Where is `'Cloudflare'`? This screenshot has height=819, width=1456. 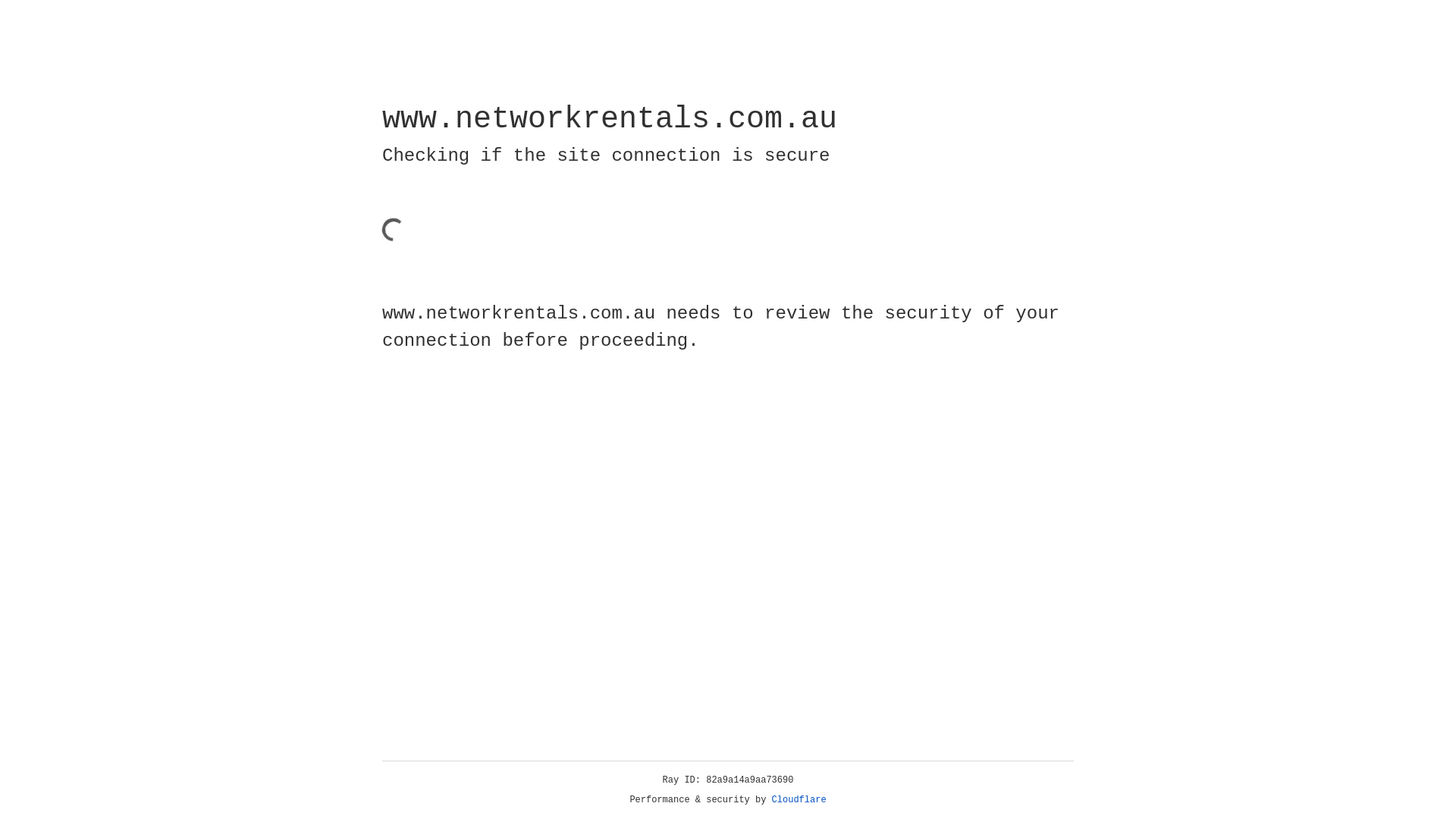
'Cloudflare' is located at coordinates (771, 799).